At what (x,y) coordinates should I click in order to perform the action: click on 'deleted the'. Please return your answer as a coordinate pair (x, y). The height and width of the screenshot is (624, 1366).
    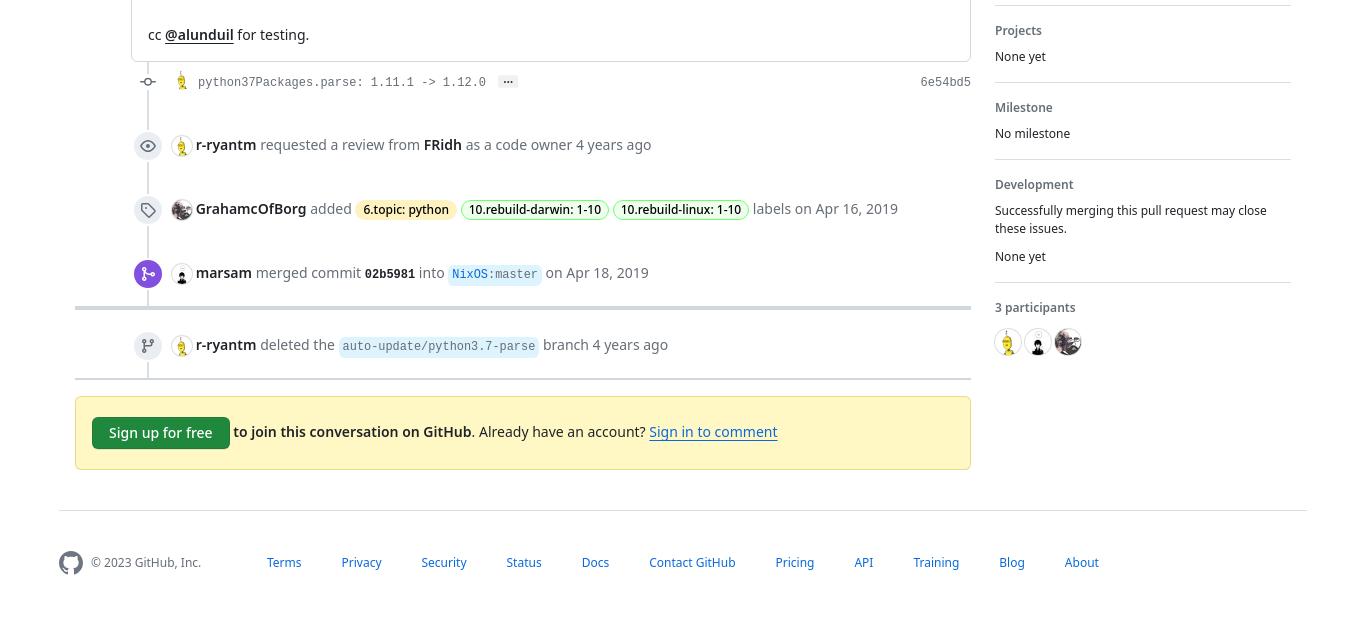
    Looking at the image, I should click on (296, 342).